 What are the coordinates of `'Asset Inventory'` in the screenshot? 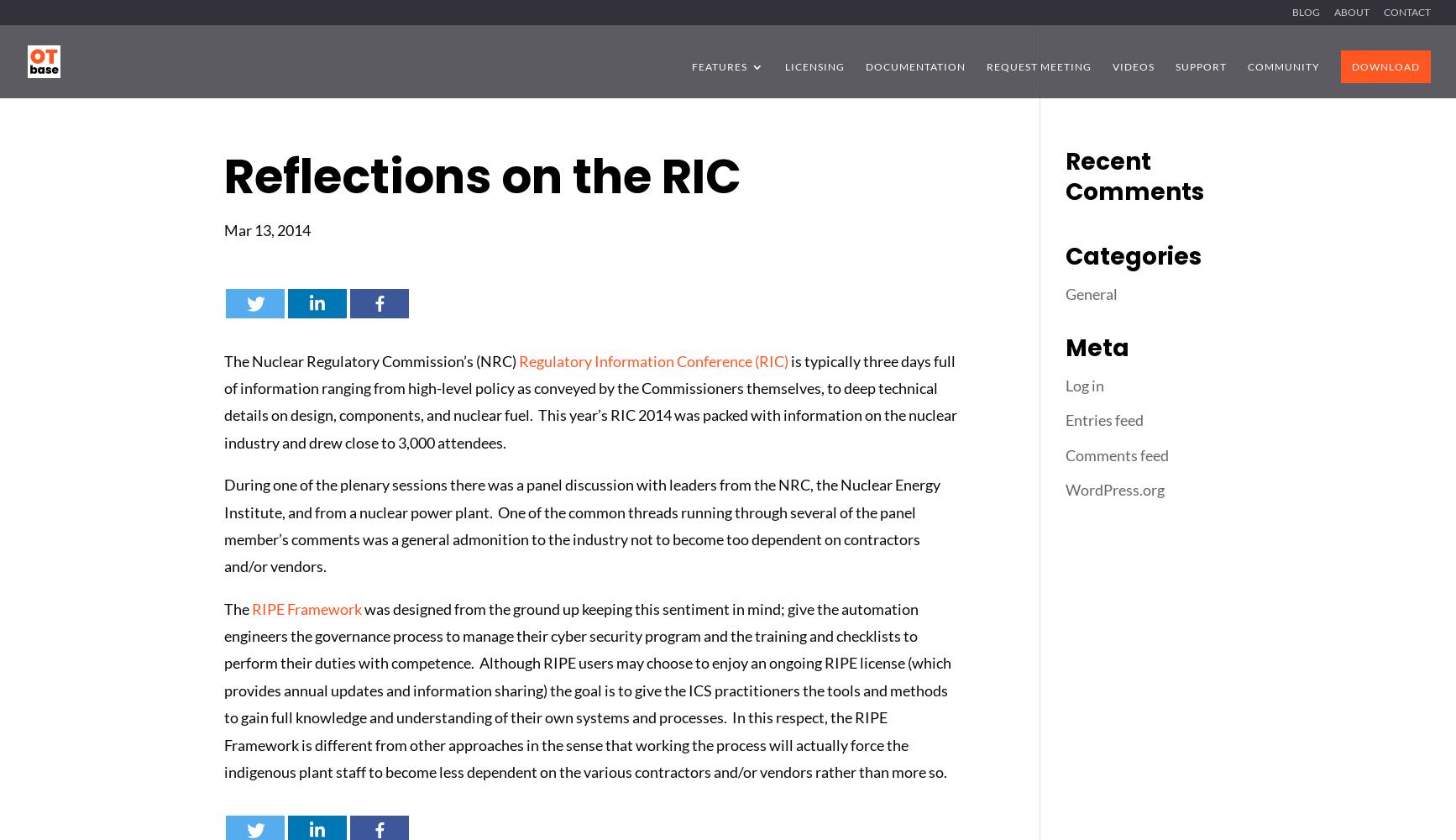 It's located at (776, 166).